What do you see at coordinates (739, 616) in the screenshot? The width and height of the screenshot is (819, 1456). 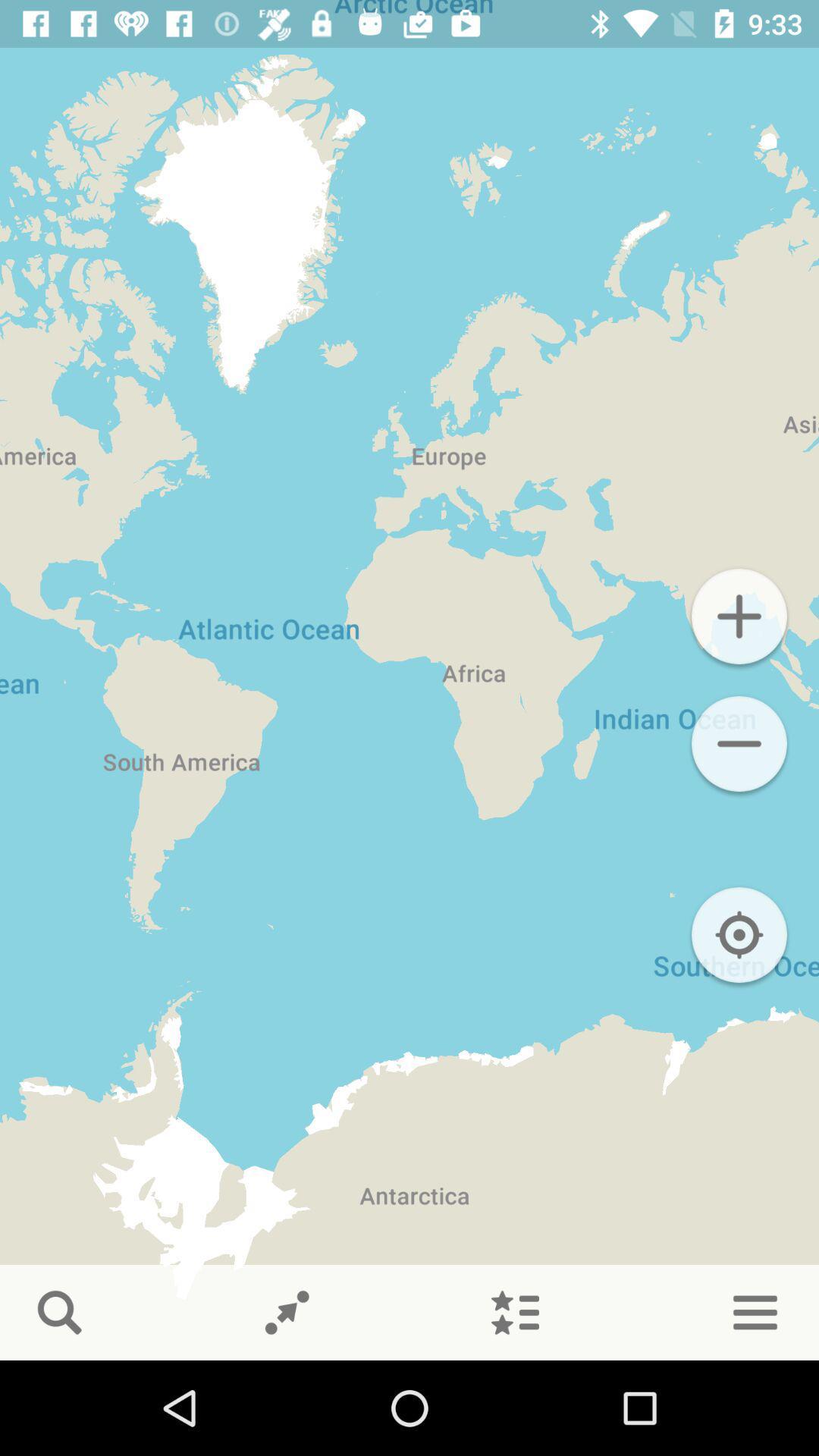 I see `switch add option` at bounding box center [739, 616].